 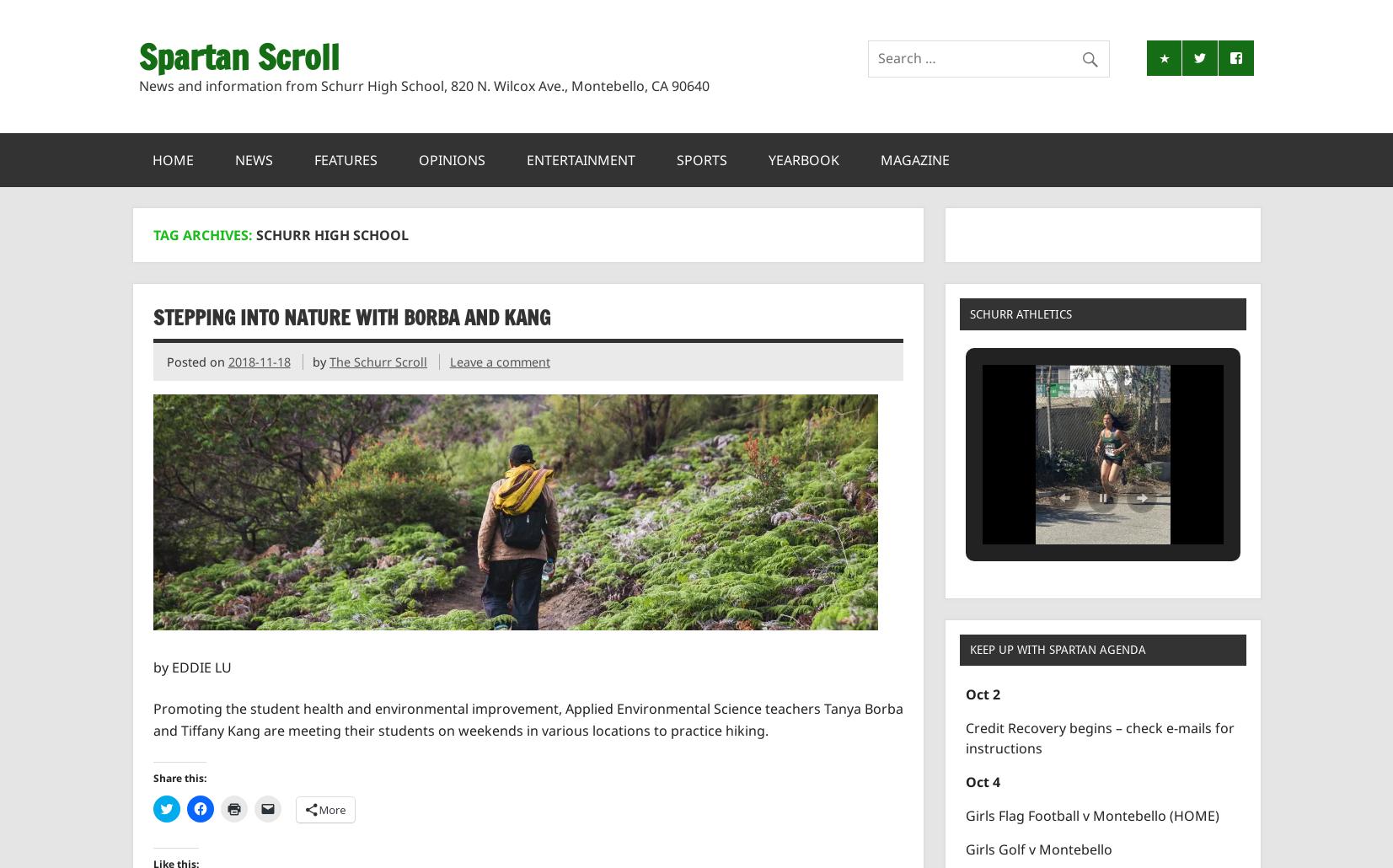 I want to click on 'Tag Archives:', so click(x=152, y=234).